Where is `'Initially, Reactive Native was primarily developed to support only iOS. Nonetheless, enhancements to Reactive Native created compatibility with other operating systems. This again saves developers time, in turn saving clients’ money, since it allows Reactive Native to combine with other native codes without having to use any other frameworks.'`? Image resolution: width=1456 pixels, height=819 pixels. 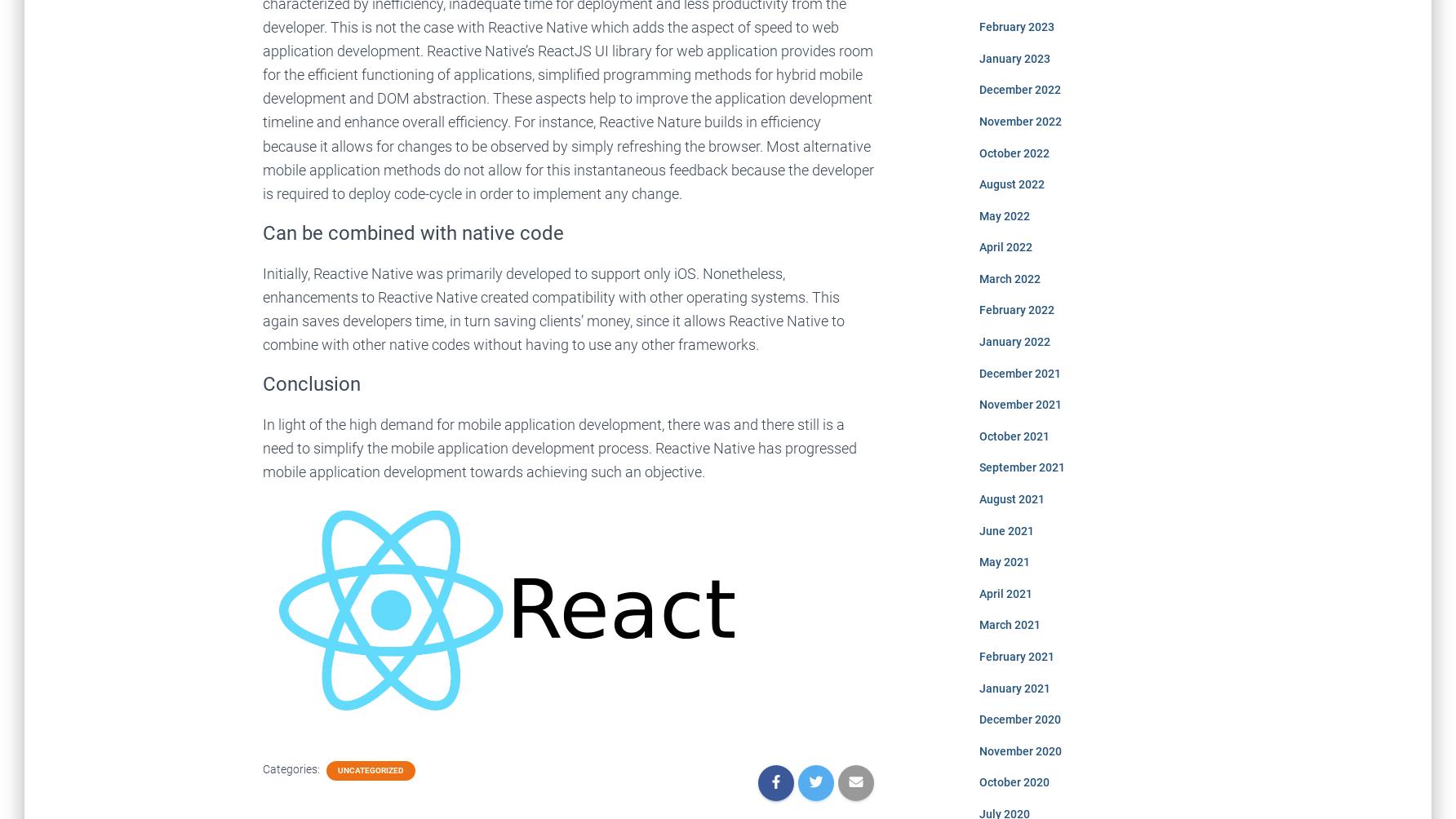
'Initially, Reactive Native was primarily developed to support only iOS. Nonetheless, enhancements to Reactive Native created compatibility with other operating systems. This again saves developers time, in turn saving clients’ money, since it allows Reactive Native to combine with other native codes without having to use any other frameworks.' is located at coordinates (263, 308).